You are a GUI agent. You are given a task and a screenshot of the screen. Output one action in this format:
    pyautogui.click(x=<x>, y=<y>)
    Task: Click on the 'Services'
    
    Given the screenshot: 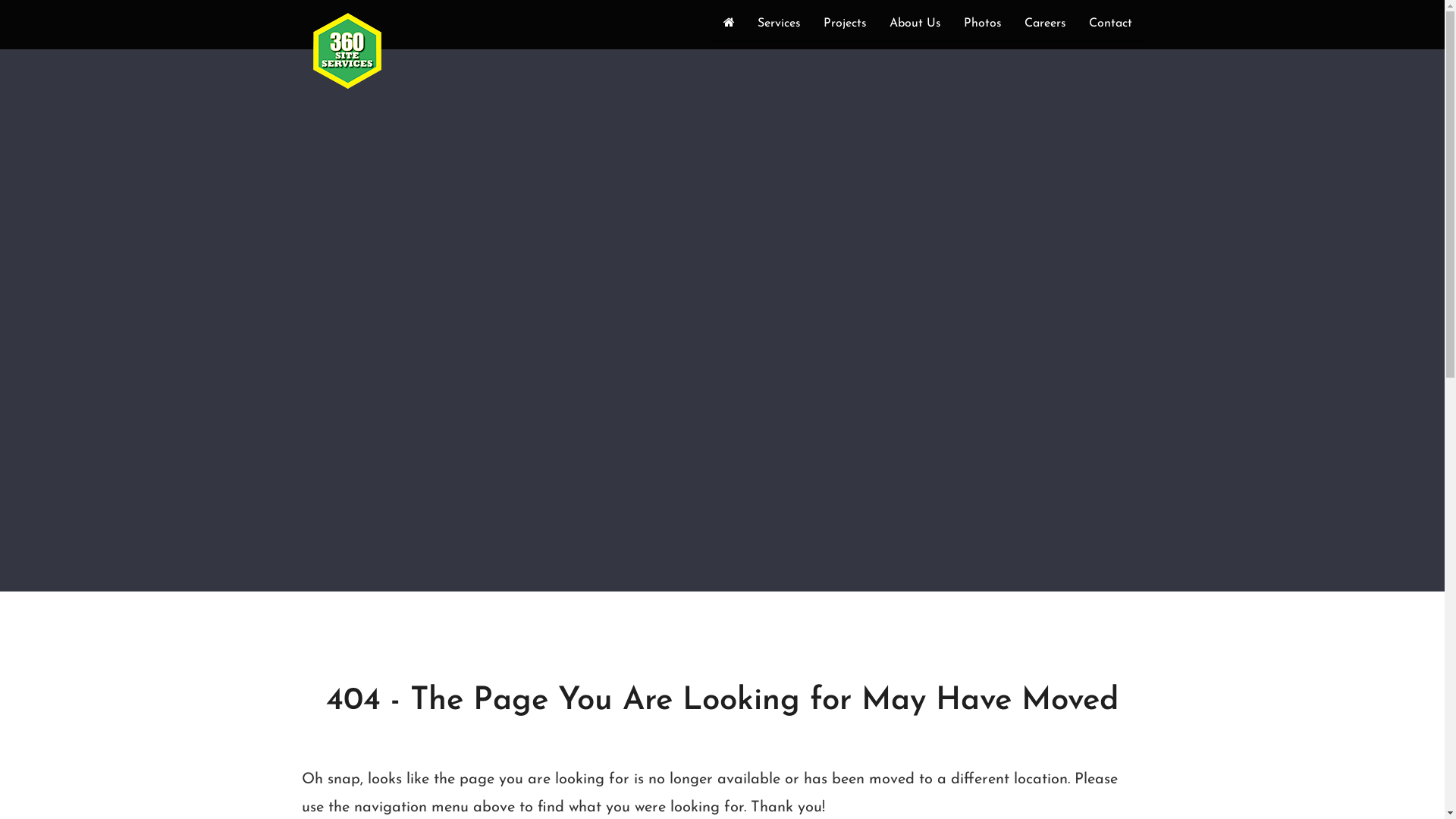 What is the action you would take?
    pyautogui.click(x=779, y=25)
    